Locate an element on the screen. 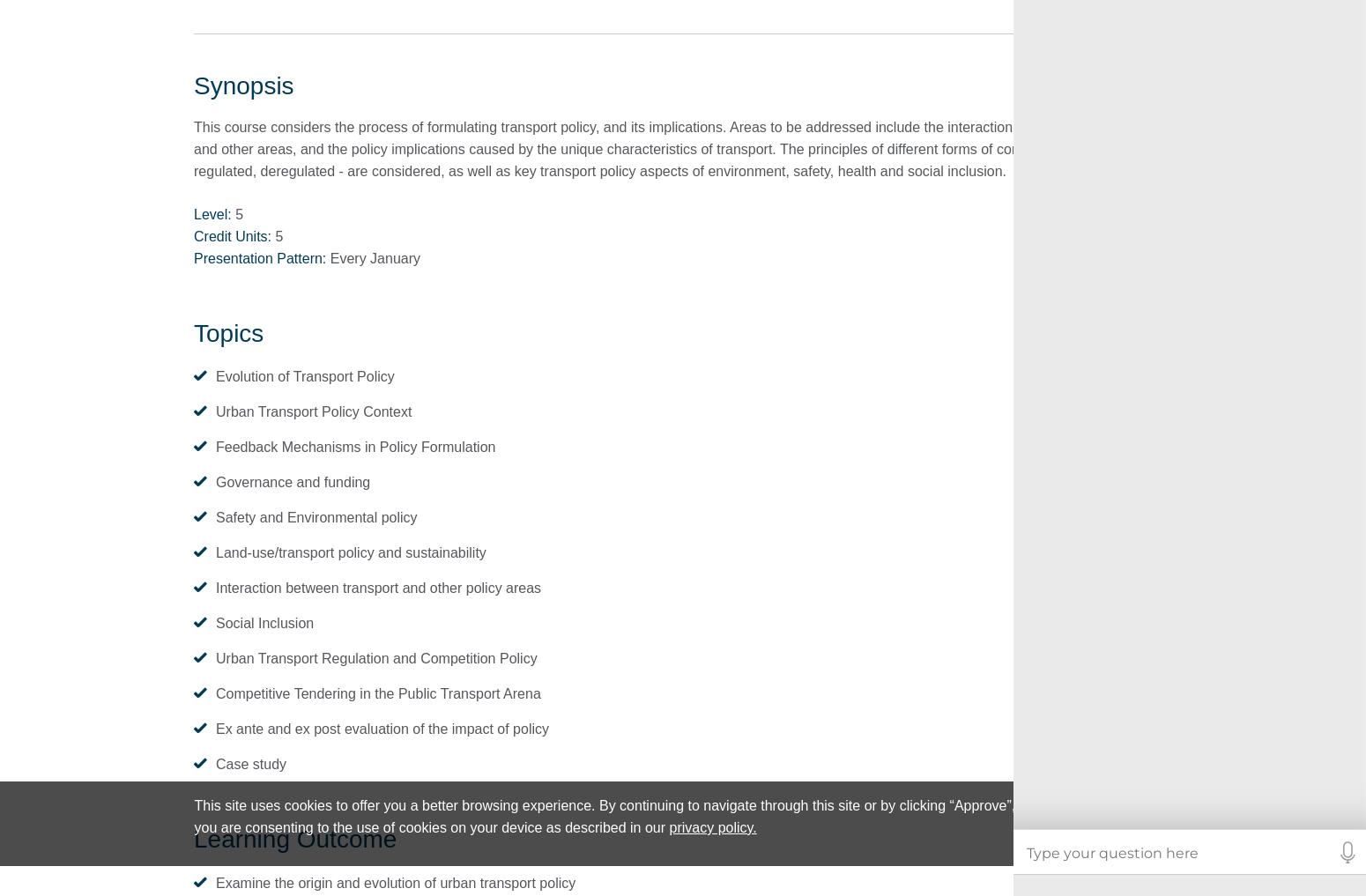 Image resolution: width=1366 pixels, height=896 pixels. 'Approve' is located at coordinates (1118, 815).